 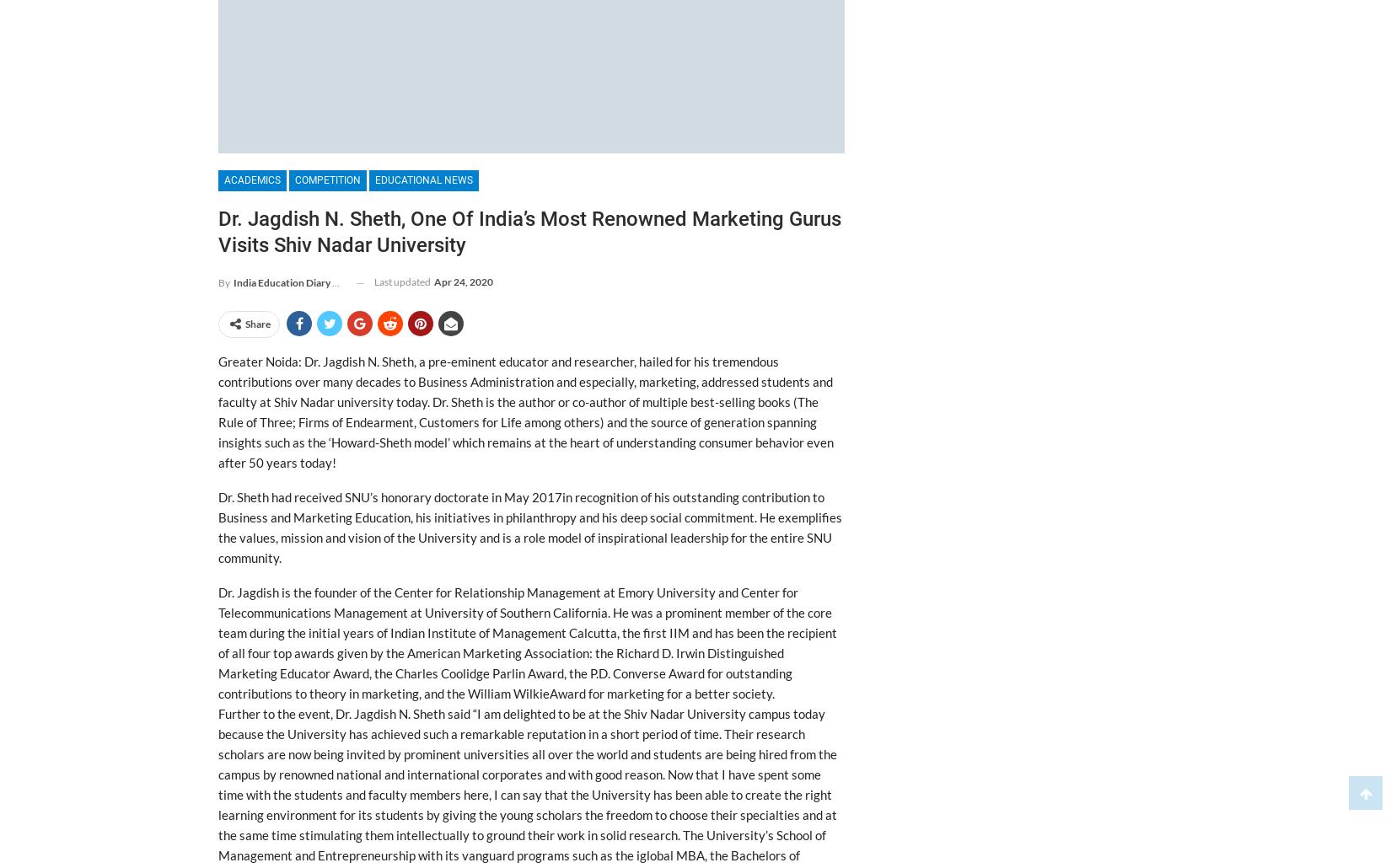 What do you see at coordinates (462, 281) in the screenshot?
I see `'Apr 24, 2020'` at bounding box center [462, 281].